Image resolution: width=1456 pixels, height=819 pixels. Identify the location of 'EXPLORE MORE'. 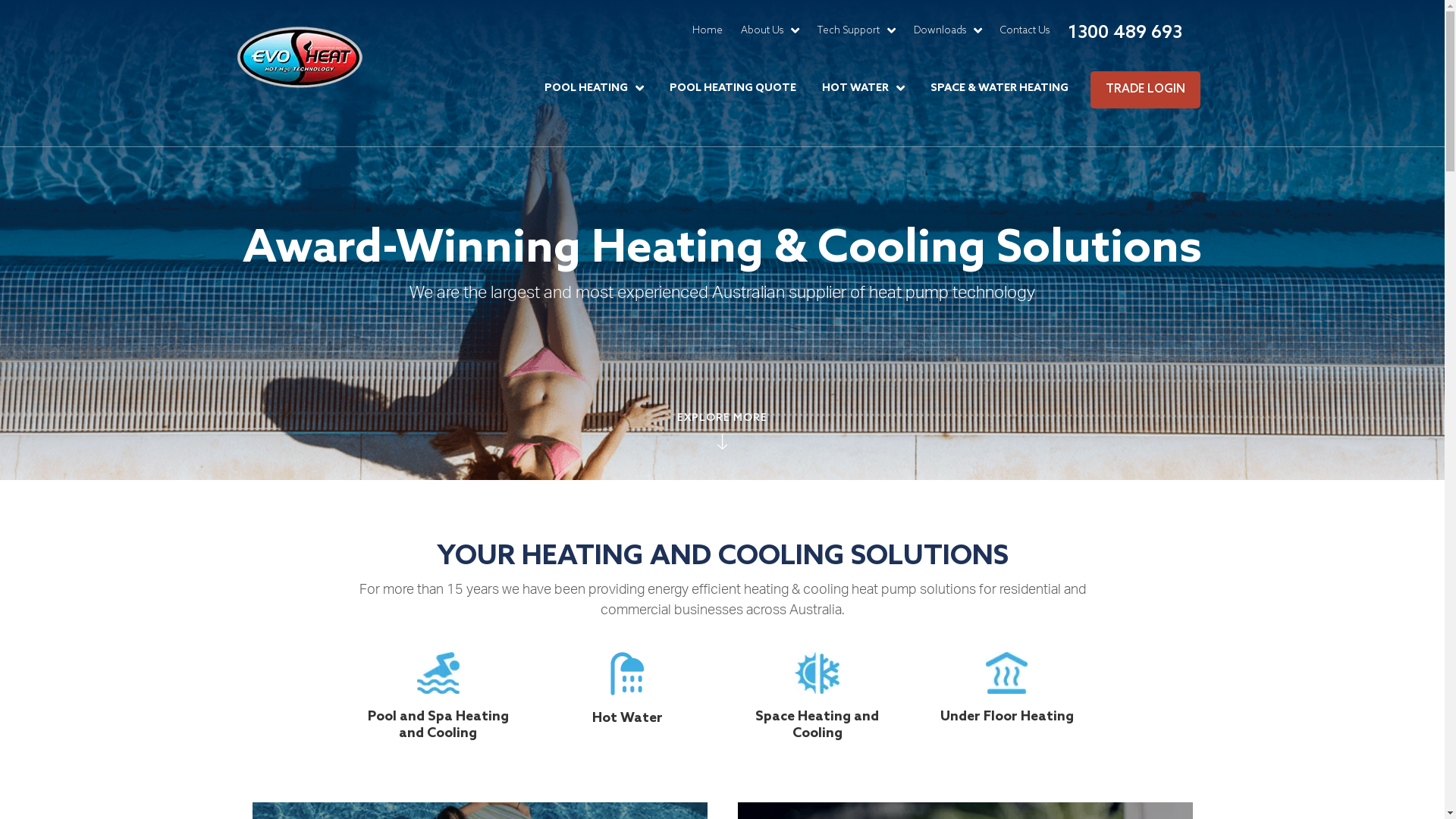
(721, 430).